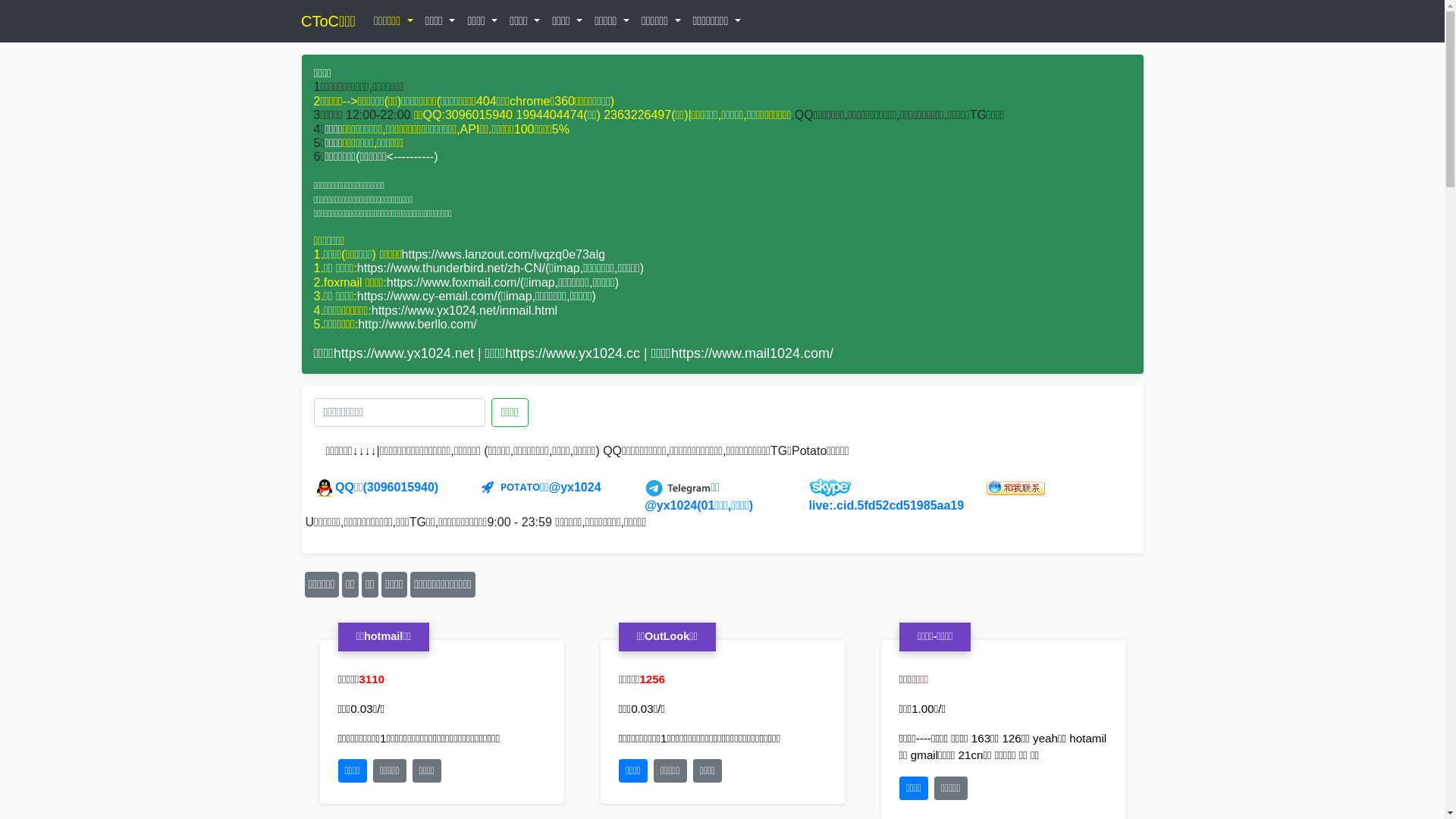  What do you see at coordinates (403, 353) in the screenshot?
I see `'https://www.yx1024.net'` at bounding box center [403, 353].